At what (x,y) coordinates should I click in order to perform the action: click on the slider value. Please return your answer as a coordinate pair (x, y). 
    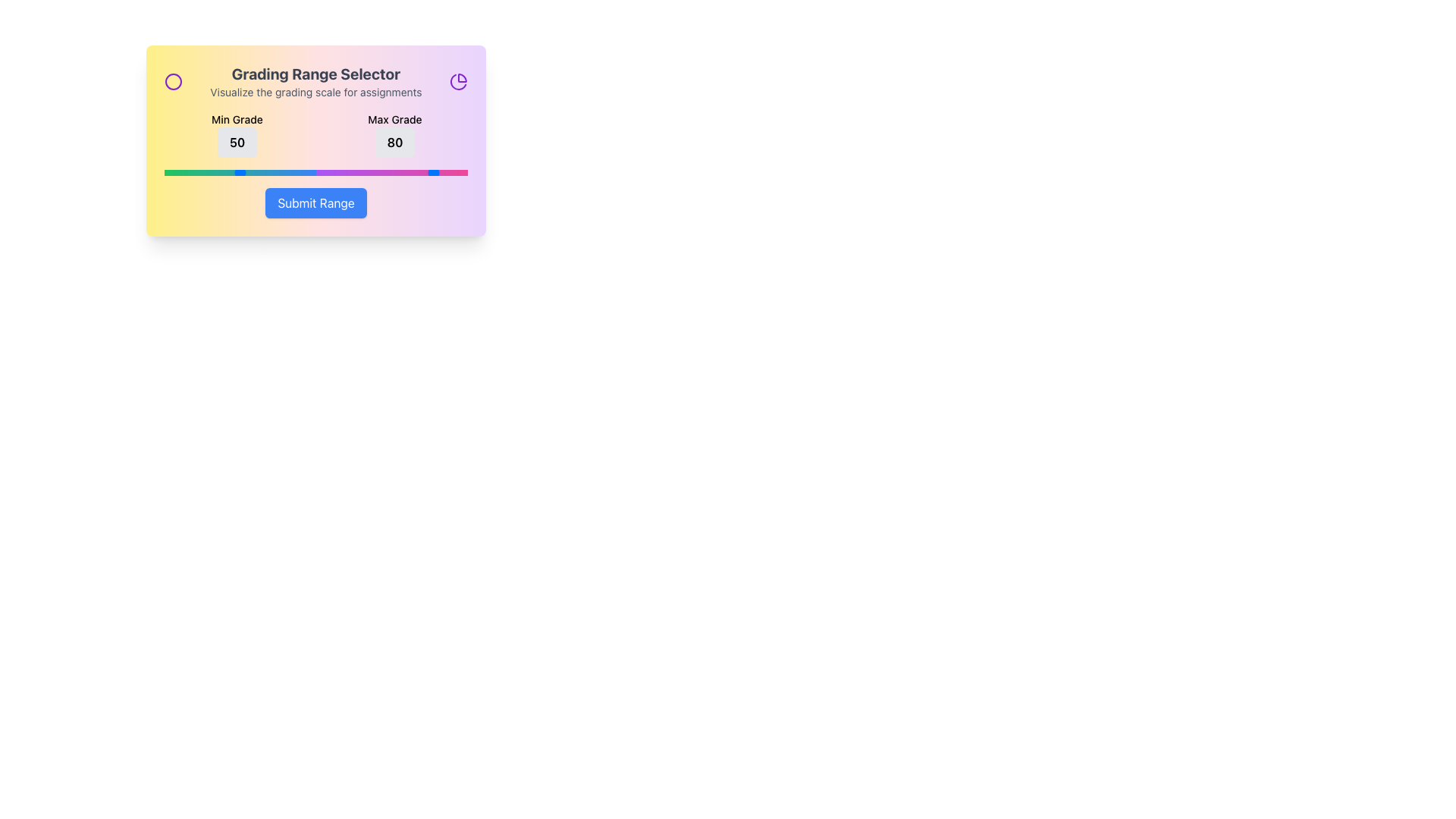
    Looking at the image, I should click on (220, 171).